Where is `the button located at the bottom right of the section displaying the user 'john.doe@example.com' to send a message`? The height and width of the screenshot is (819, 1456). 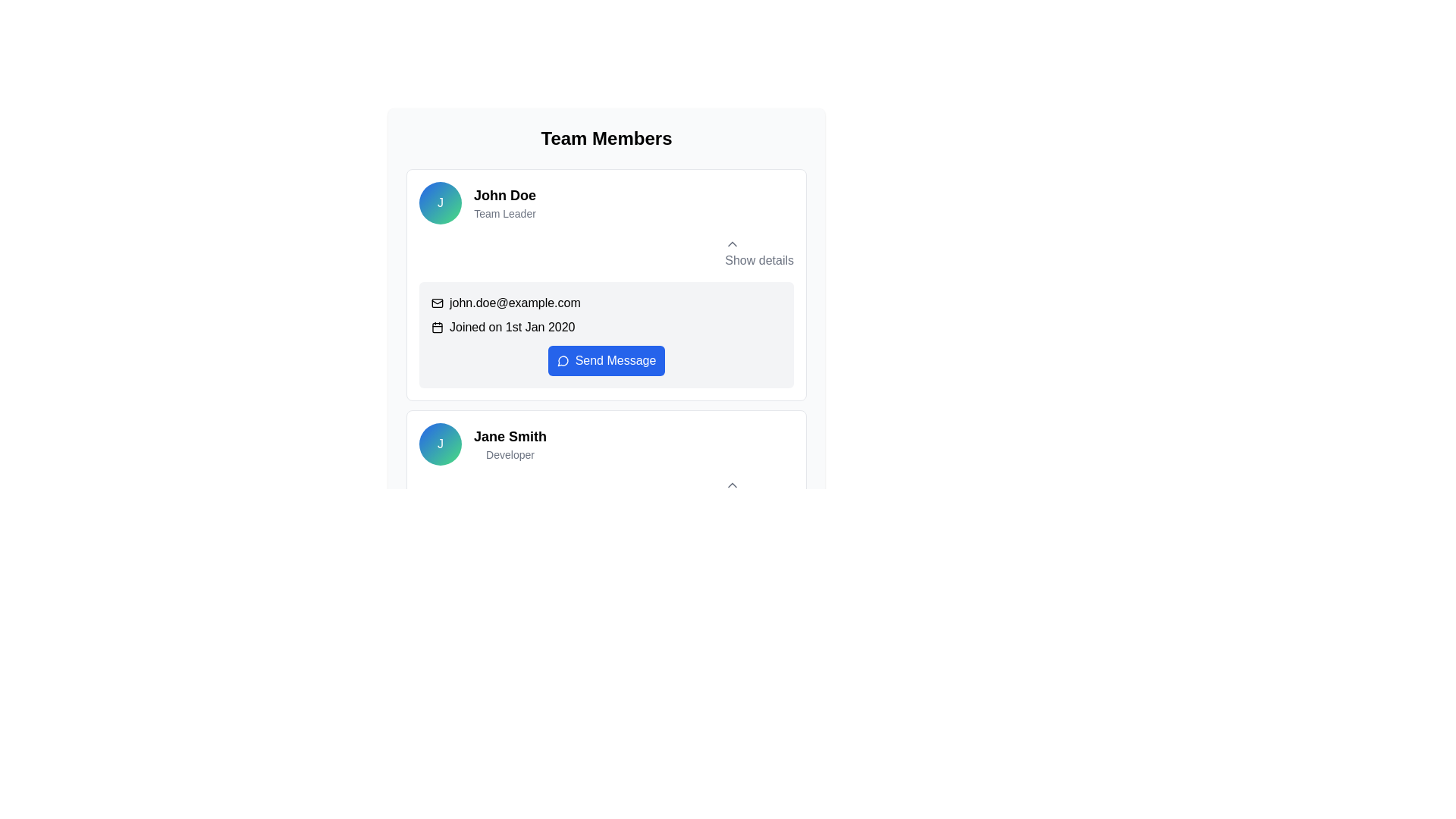
the button located at the bottom right of the section displaying the user 'john.doe@example.com' to send a message is located at coordinates (607, 360).